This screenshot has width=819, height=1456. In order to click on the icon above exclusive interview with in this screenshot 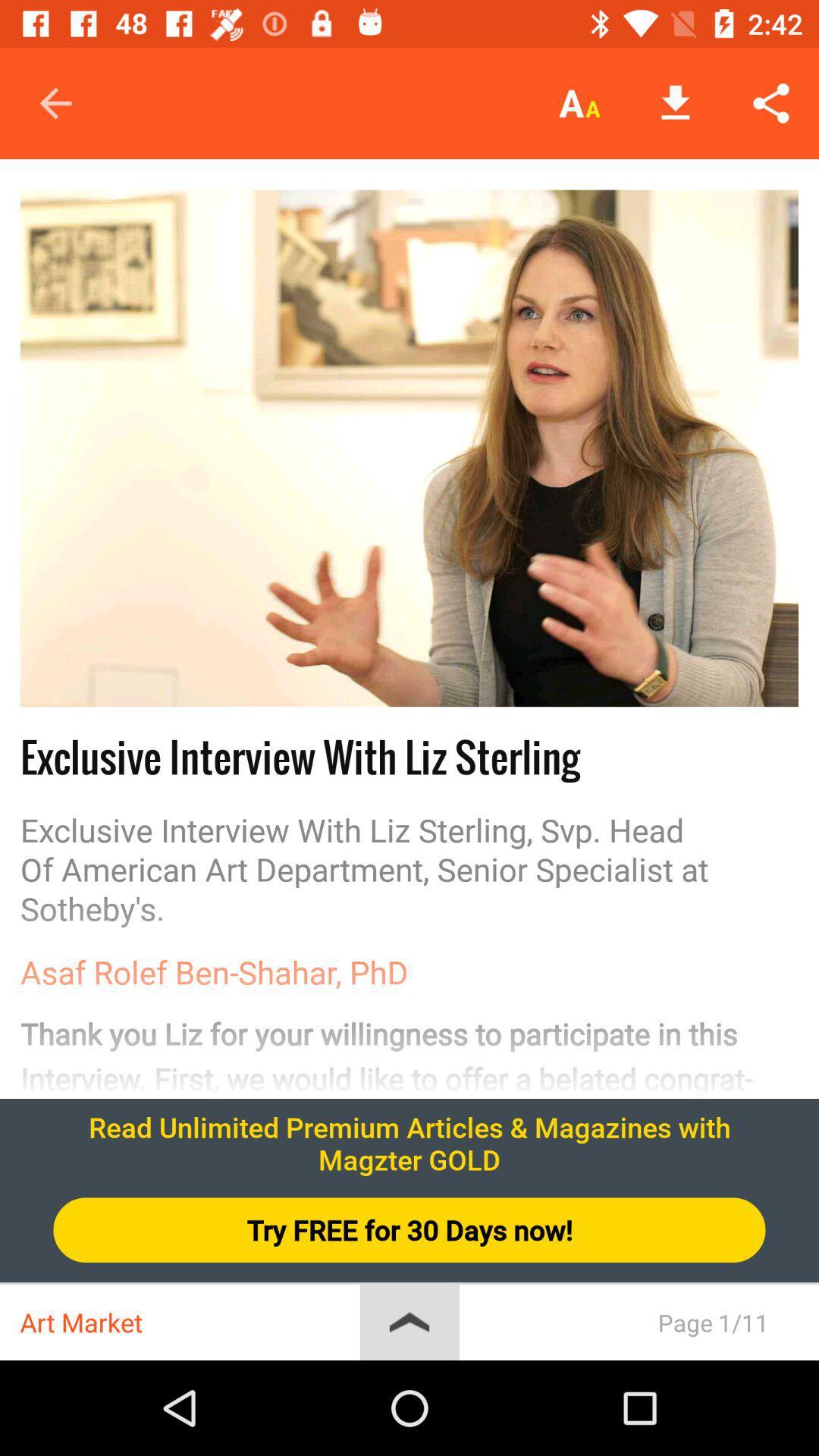, I will do `click(409, 447)`.